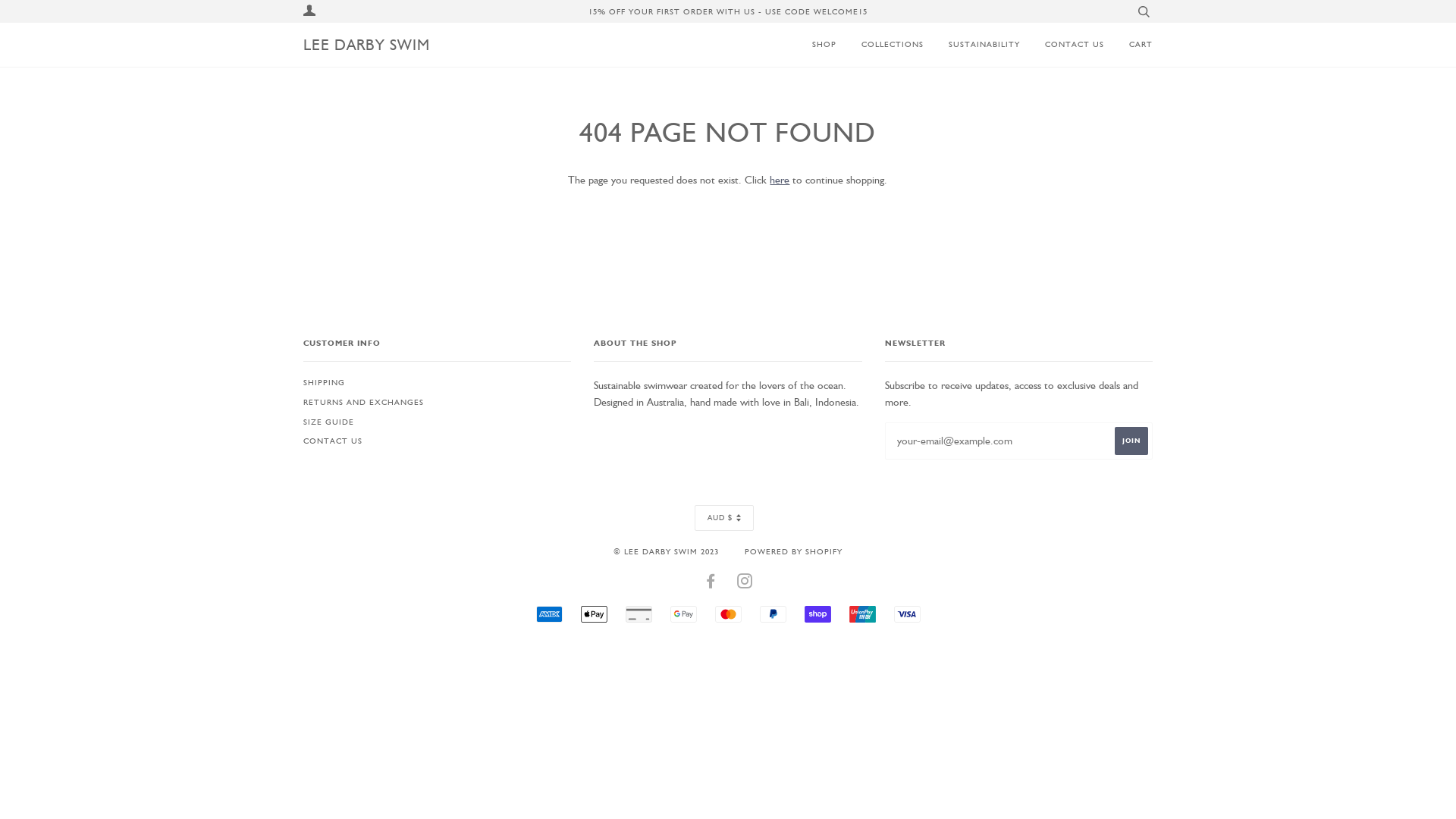  What do you see at coordinates (331, 441) in the screenshot?
I see `'CONTACT US'` at bounding box center [331, 441].